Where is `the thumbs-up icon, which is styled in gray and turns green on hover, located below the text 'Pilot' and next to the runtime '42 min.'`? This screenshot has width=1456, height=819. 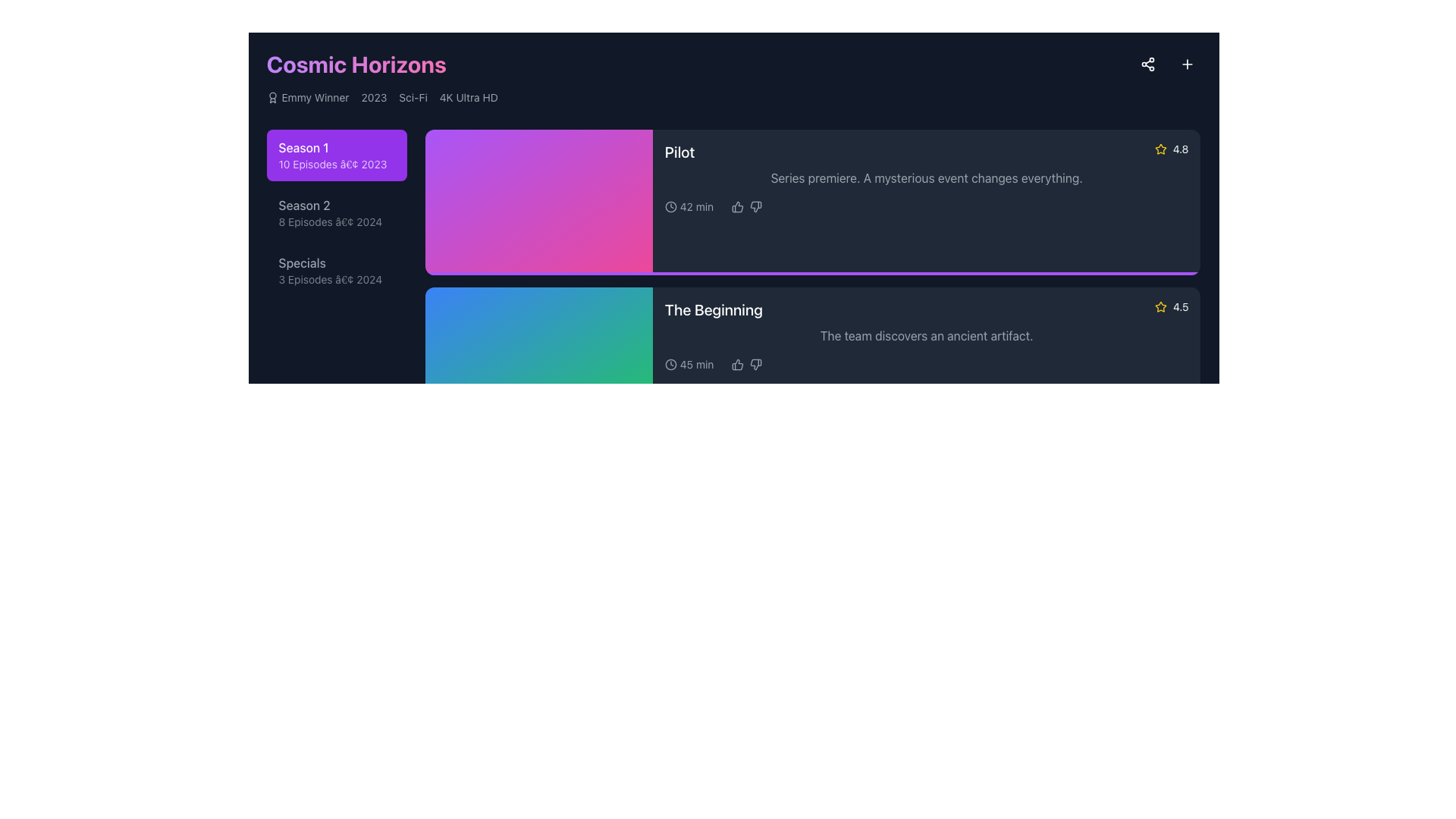 the thumbs-up icon, which is styled in gray and turns green on hover, located below the text 'Pilot' and next to the runtime '42 min.' is located at coordinates (738, 207).